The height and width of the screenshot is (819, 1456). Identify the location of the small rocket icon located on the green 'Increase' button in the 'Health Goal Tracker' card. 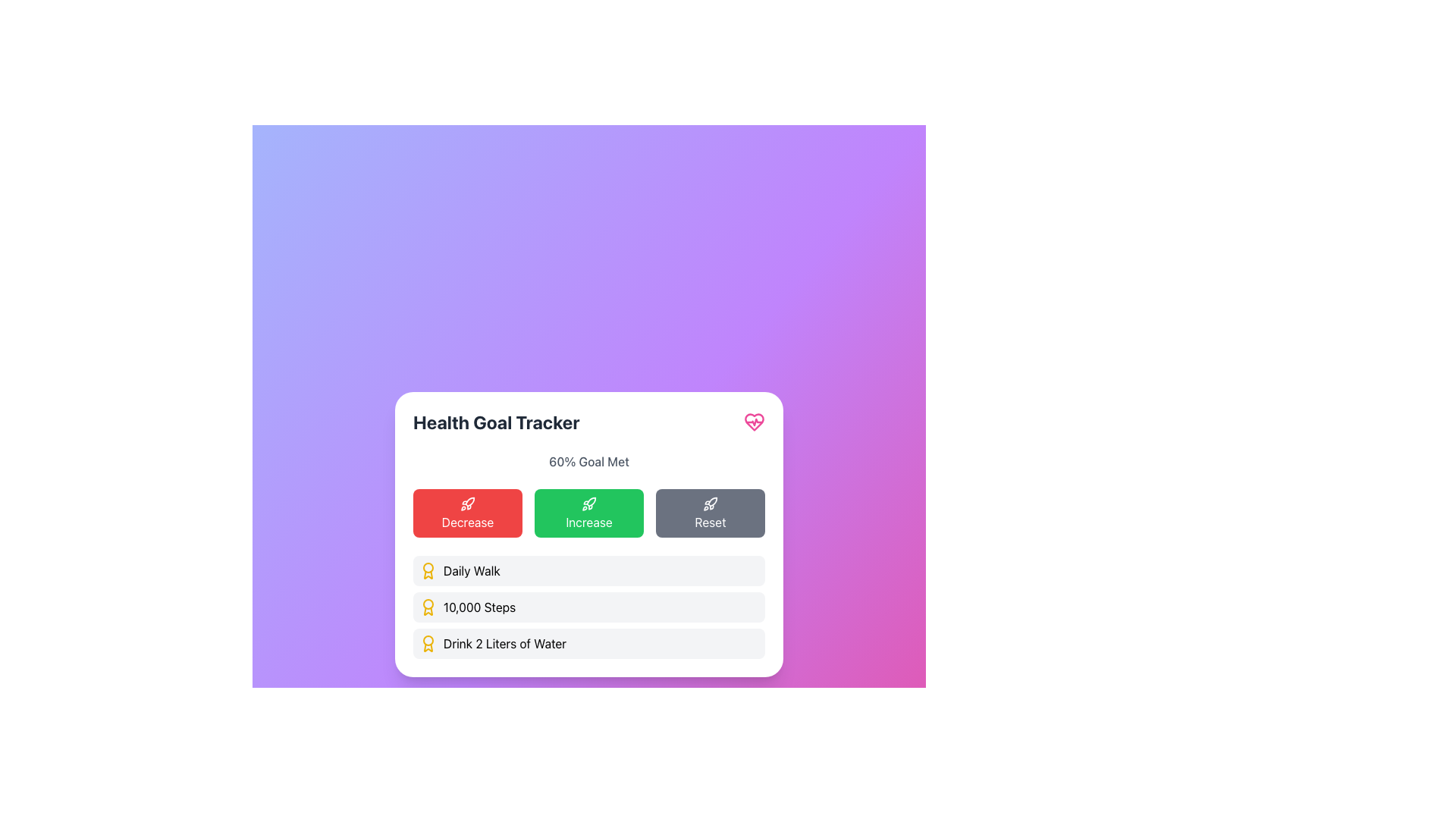
(588, 504).